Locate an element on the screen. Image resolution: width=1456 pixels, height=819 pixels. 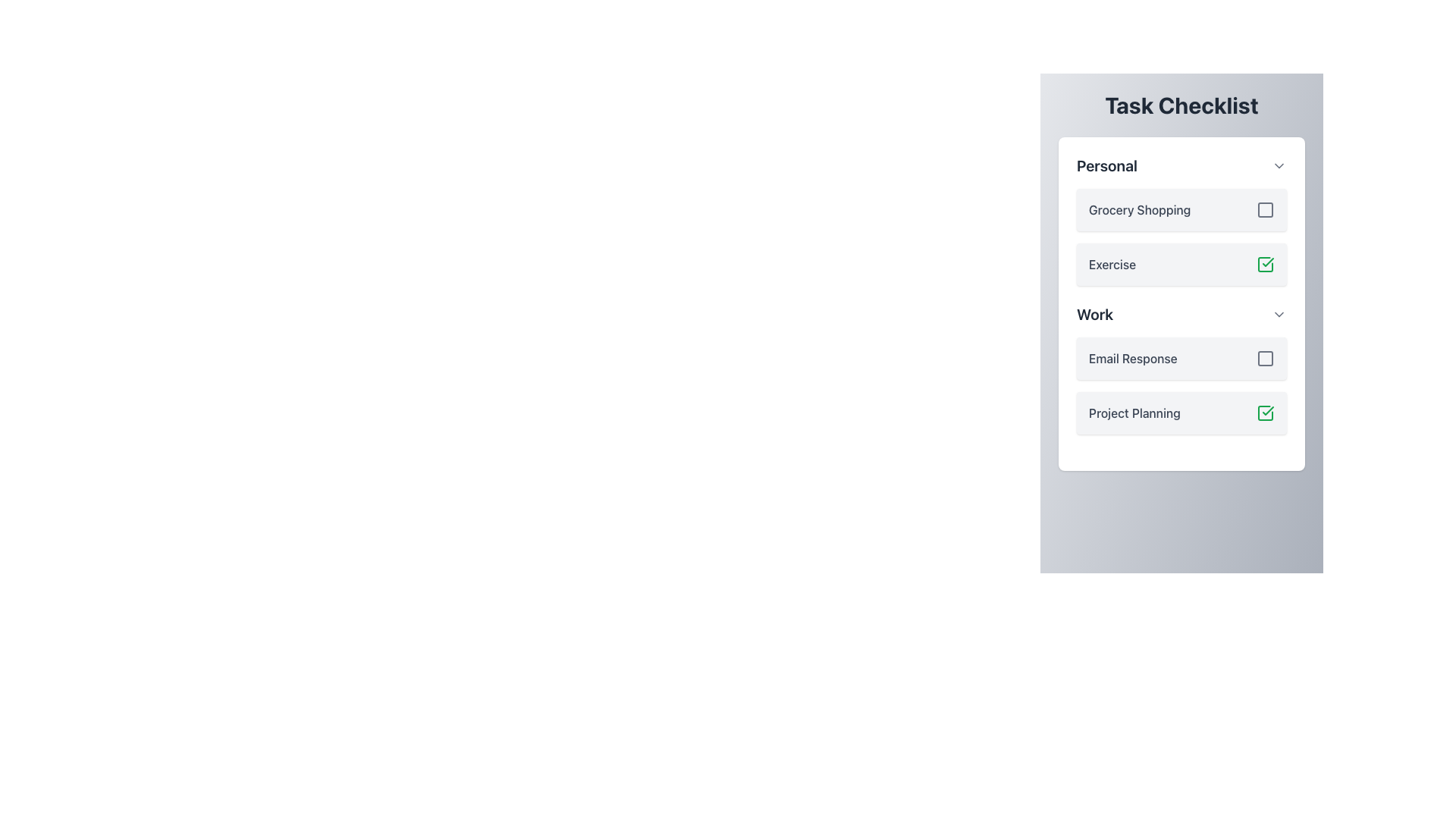
the text label element that represents a task item in the 'Personal' section of the checklist, located beneath 'Grocery Shopping.' is located at coordinates (1112, 263).